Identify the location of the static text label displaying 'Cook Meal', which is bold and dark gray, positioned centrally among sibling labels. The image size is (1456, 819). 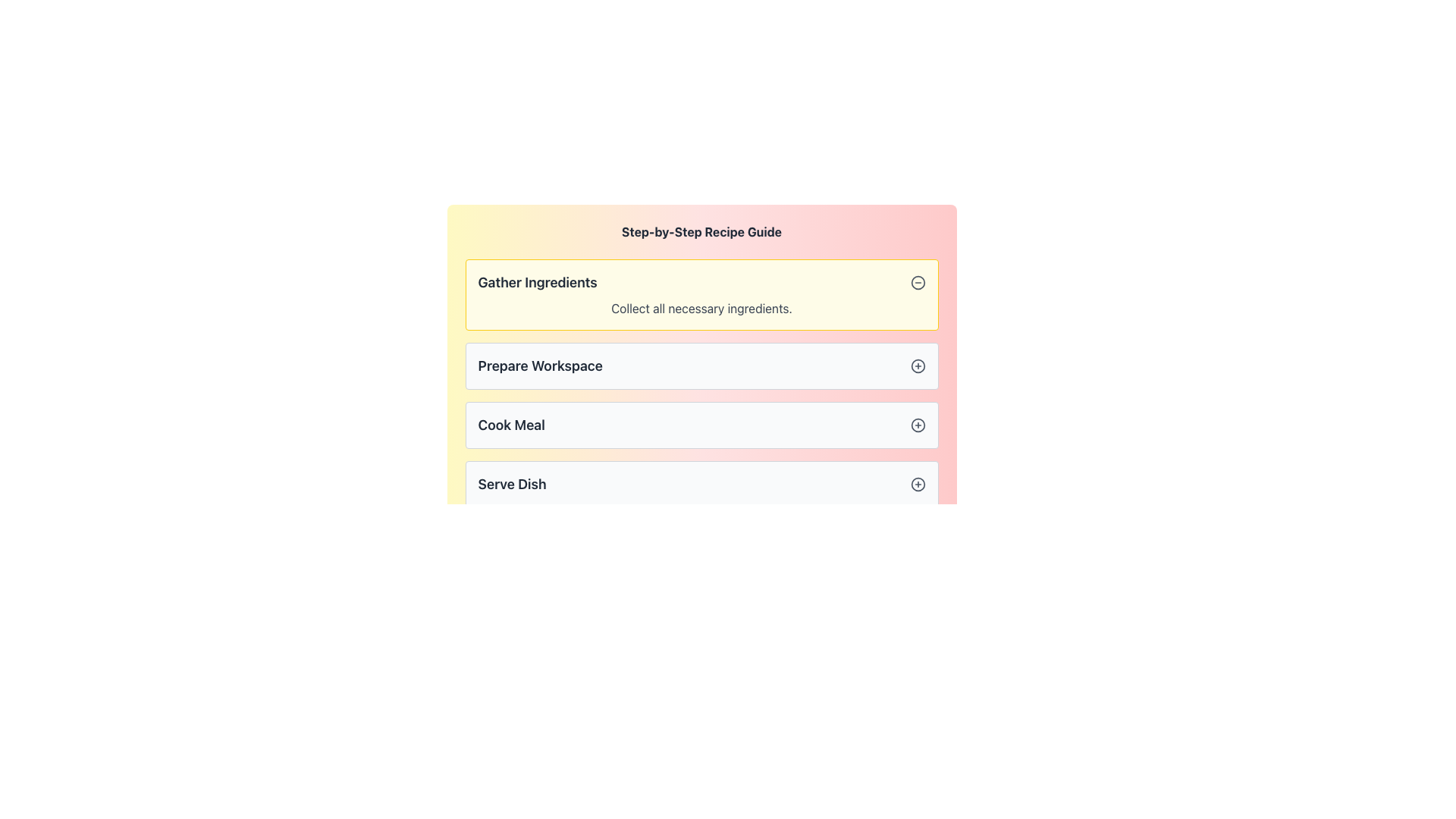
(511, 425).